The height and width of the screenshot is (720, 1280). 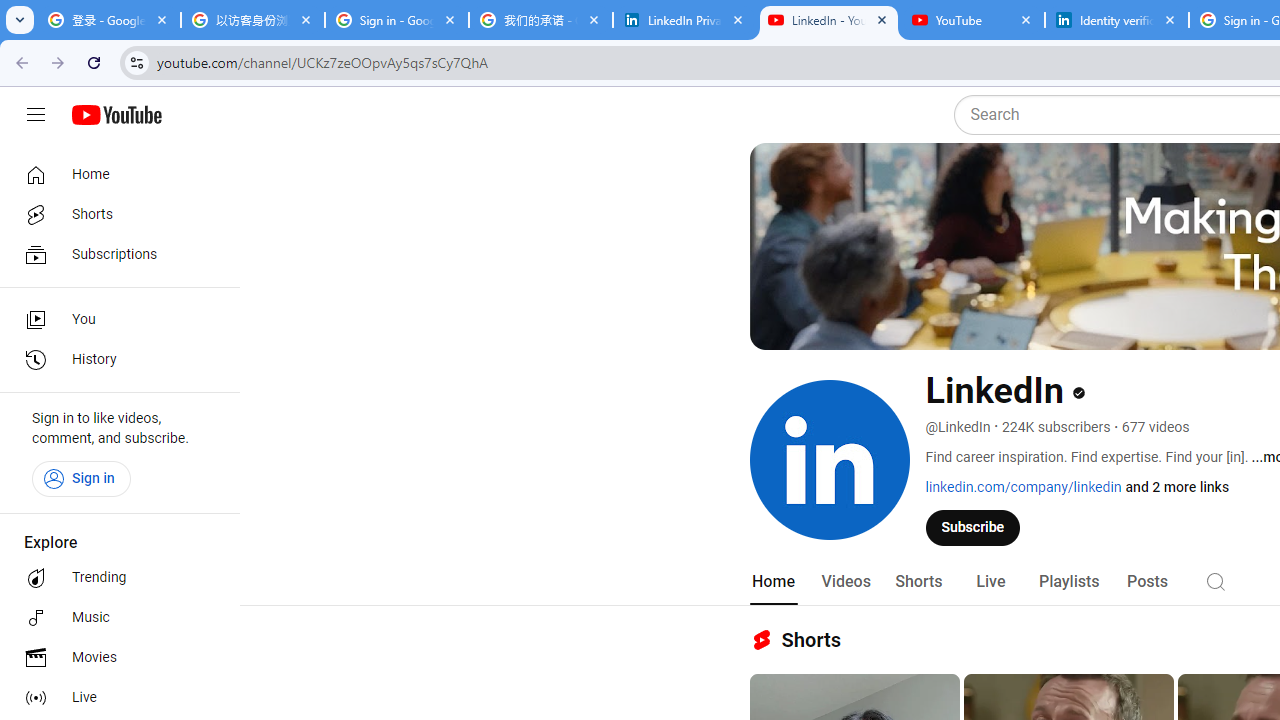 What do you see at coordinates (93, 61) in the screenshot?
I see `'Reload'` at bounding box center [93, 61].